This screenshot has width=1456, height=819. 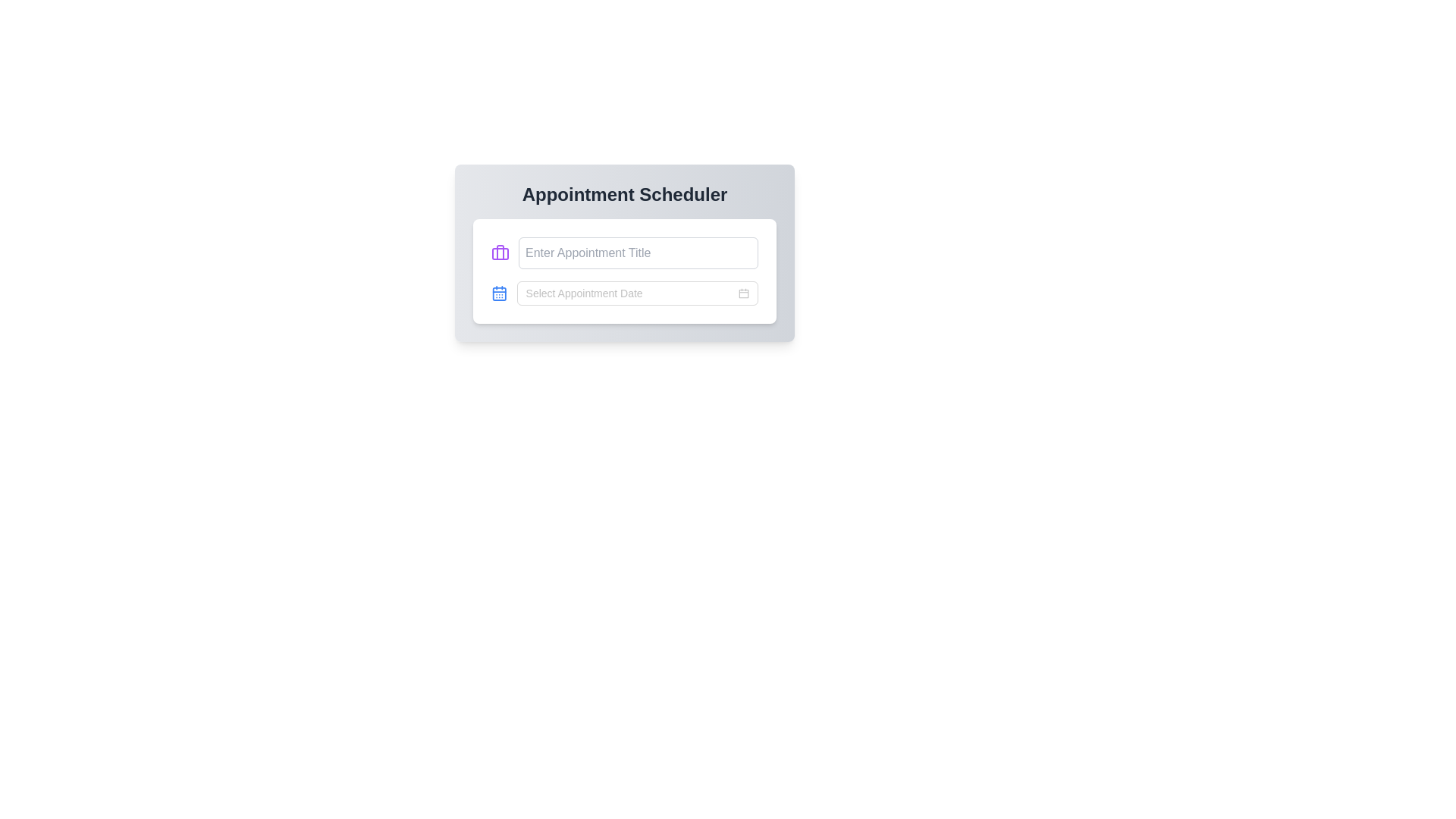 What do you see at coordinates (638, 253) in the screenshot?
I see `the text input field with placeholder text 'Enter Appointment Title'` at bounding box center [638, 253].